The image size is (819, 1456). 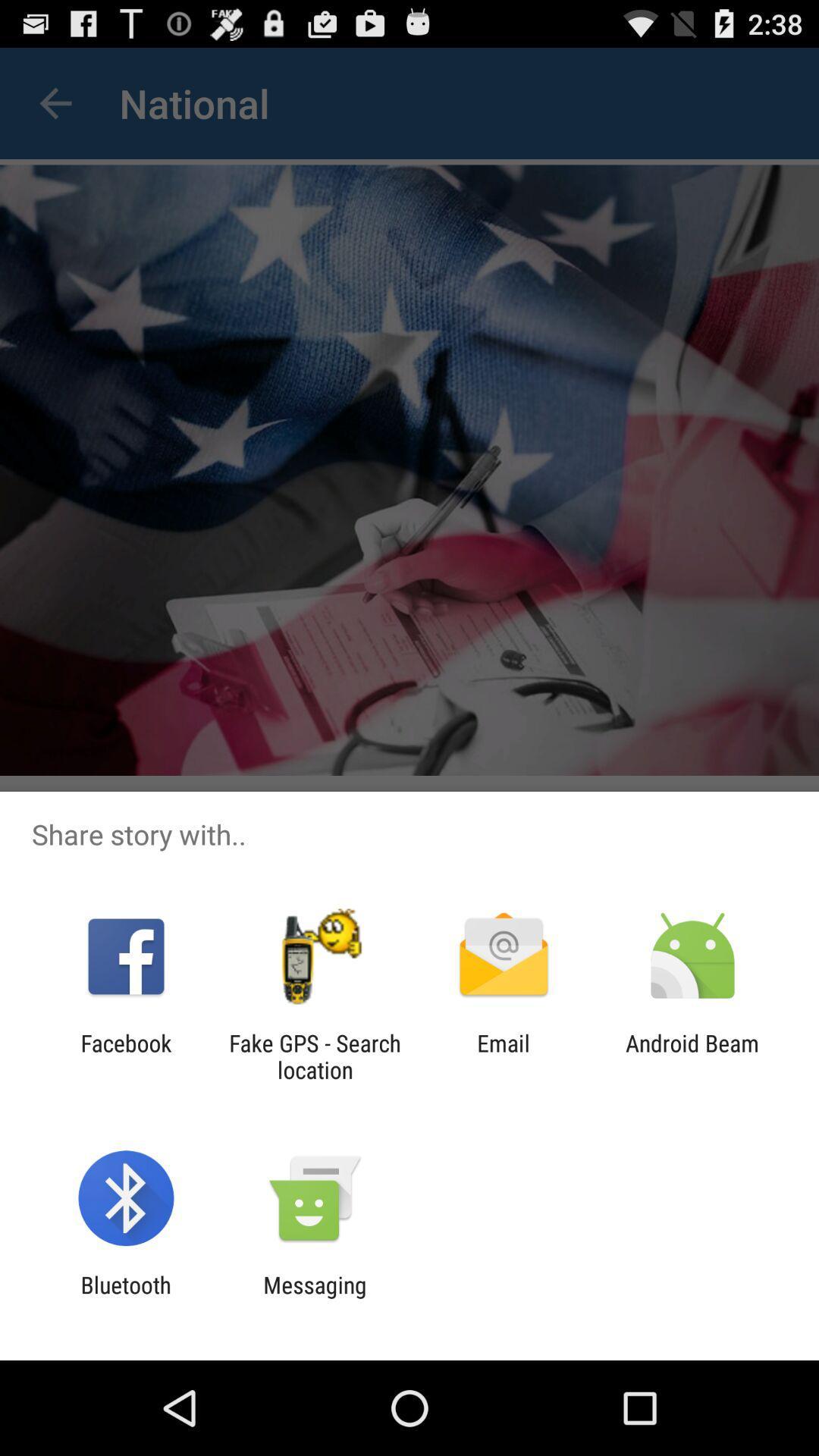 What do you see at coordinates (314, 1056) in the screenshot?
I see `icon next to the email` at bounding box center [314, 1056].